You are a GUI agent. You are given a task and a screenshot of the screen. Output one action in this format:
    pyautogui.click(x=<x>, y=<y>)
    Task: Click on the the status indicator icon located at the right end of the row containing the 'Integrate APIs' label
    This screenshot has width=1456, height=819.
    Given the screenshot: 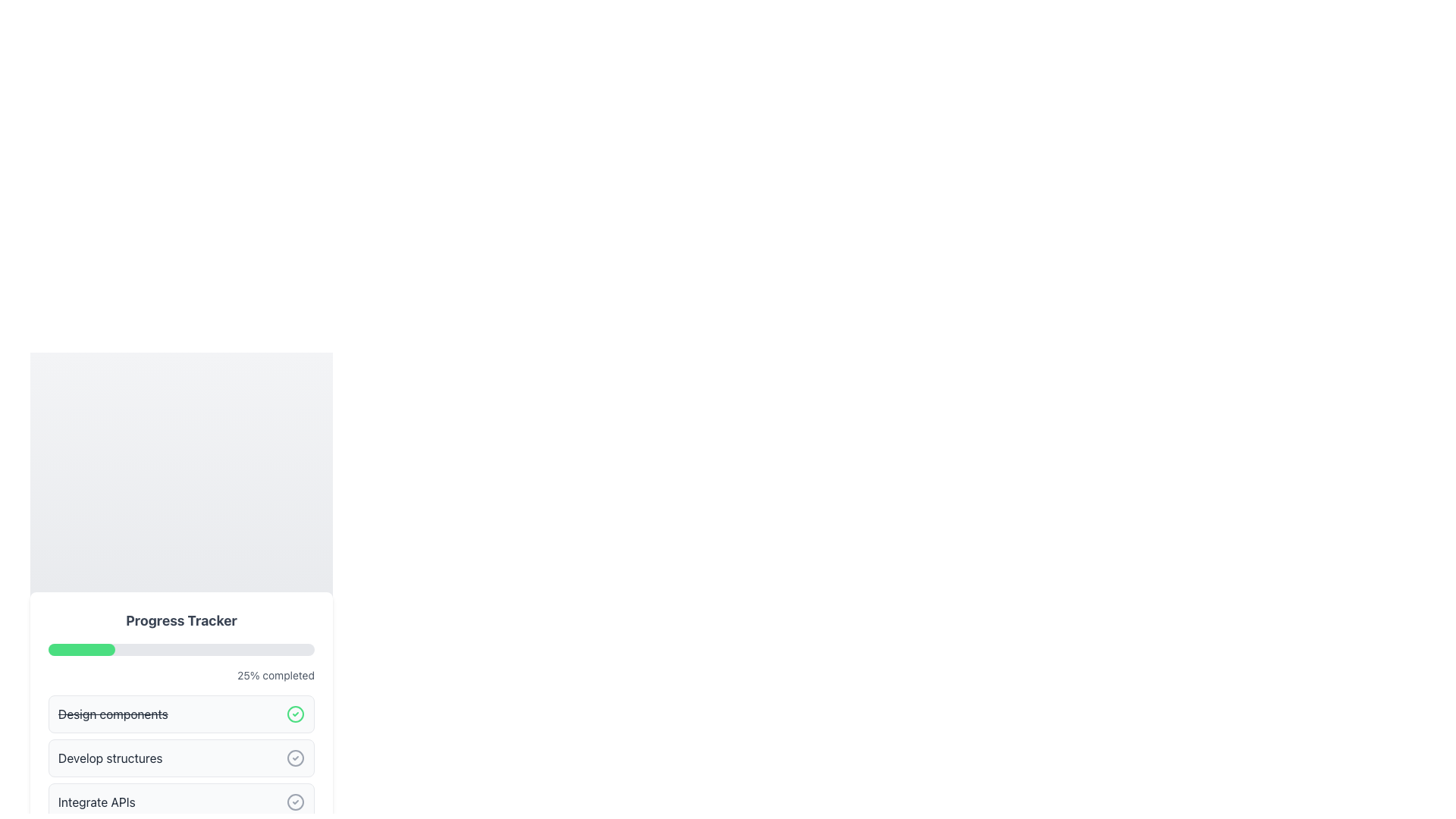 What is the action you would take?
    pyautogui.click(x=295, y=801)
    